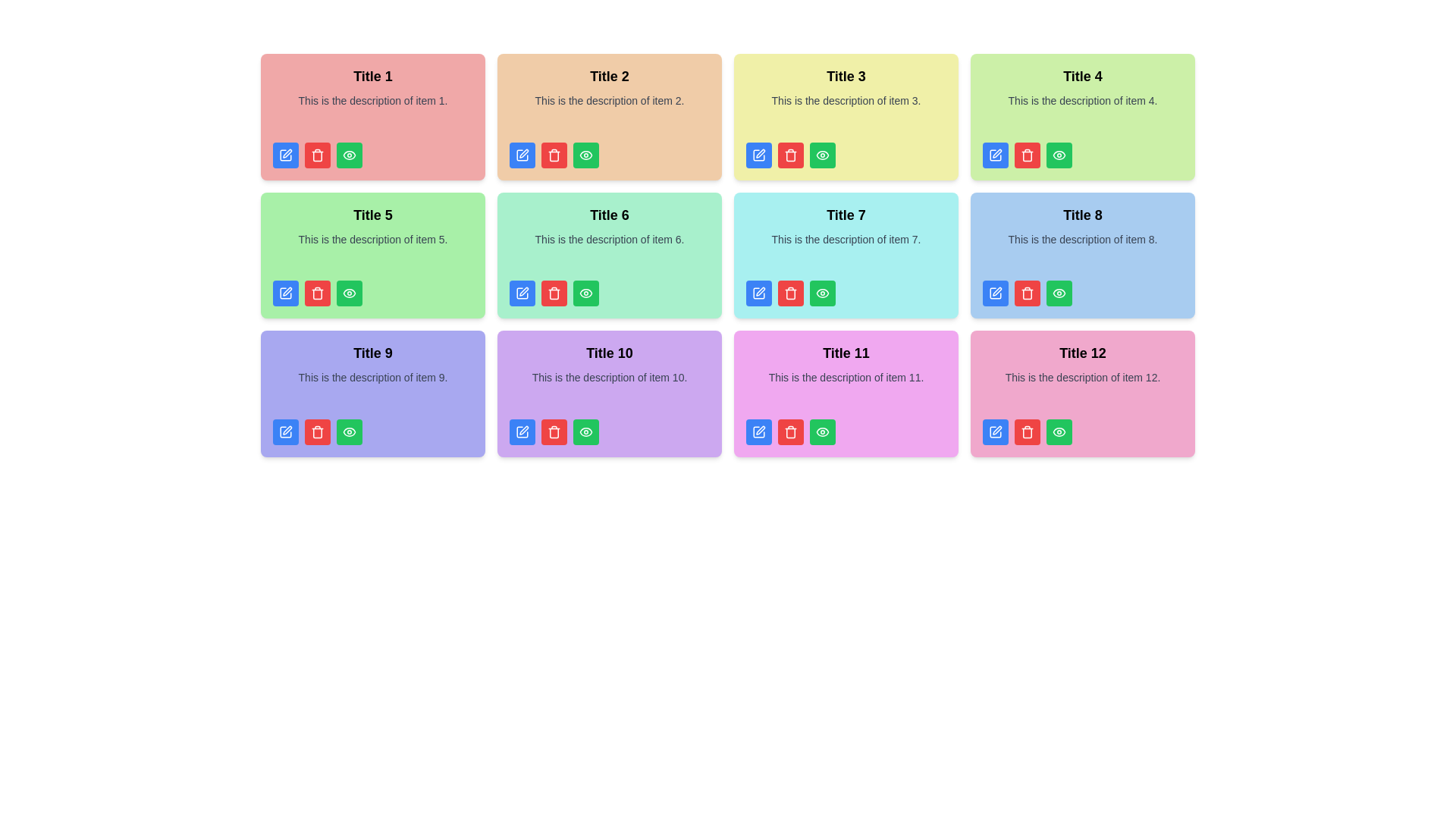  Describe the element at coordinates (821, 155) in the screenshot. I see `the green circular button with a white eye icon, which is the third button in a group below 'Title 3'` at that location.